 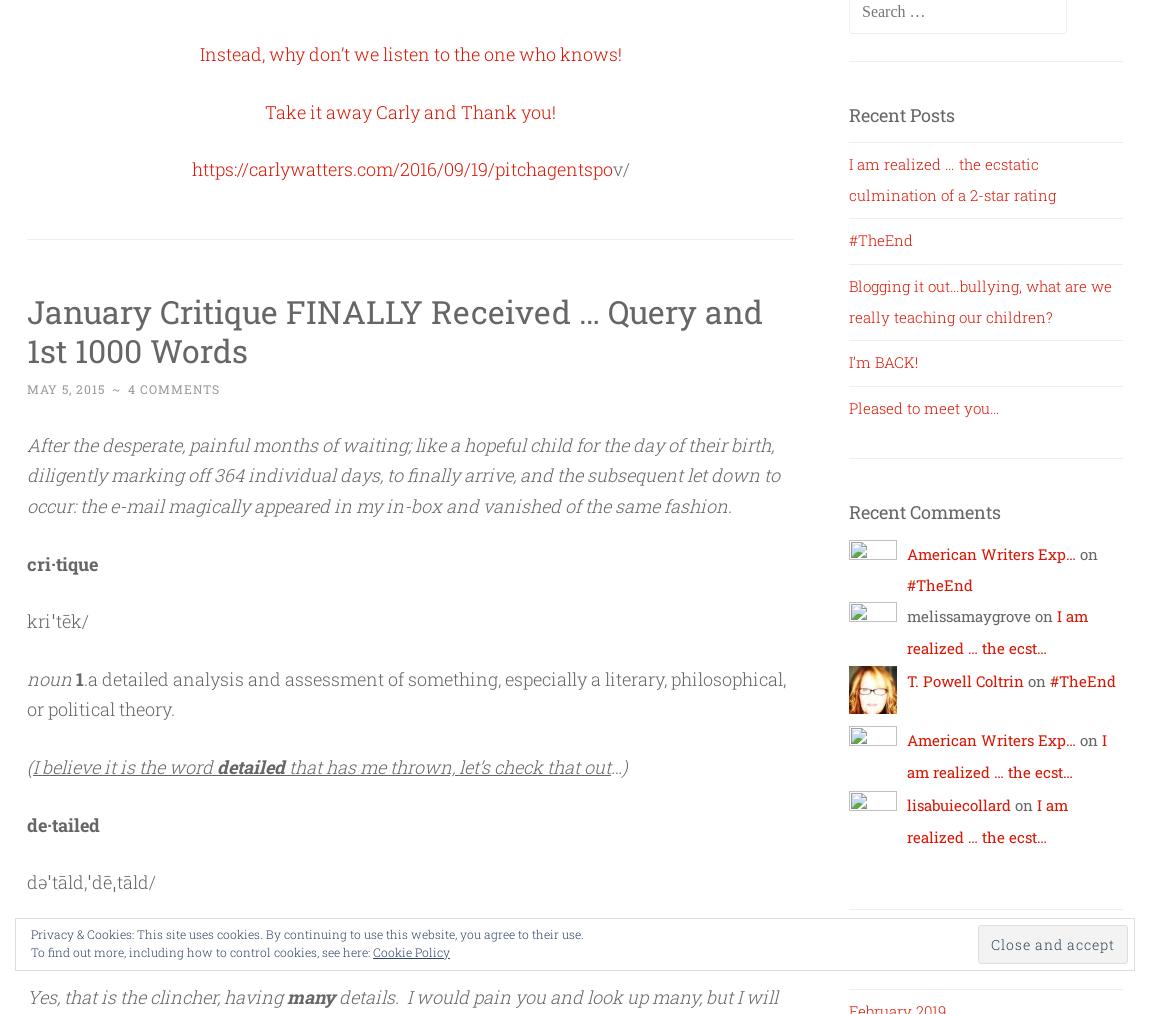 What do you see at coordinates (61, 561) in the screenshot?
I see `'cri·tique'` at bounding box center [61, 561].